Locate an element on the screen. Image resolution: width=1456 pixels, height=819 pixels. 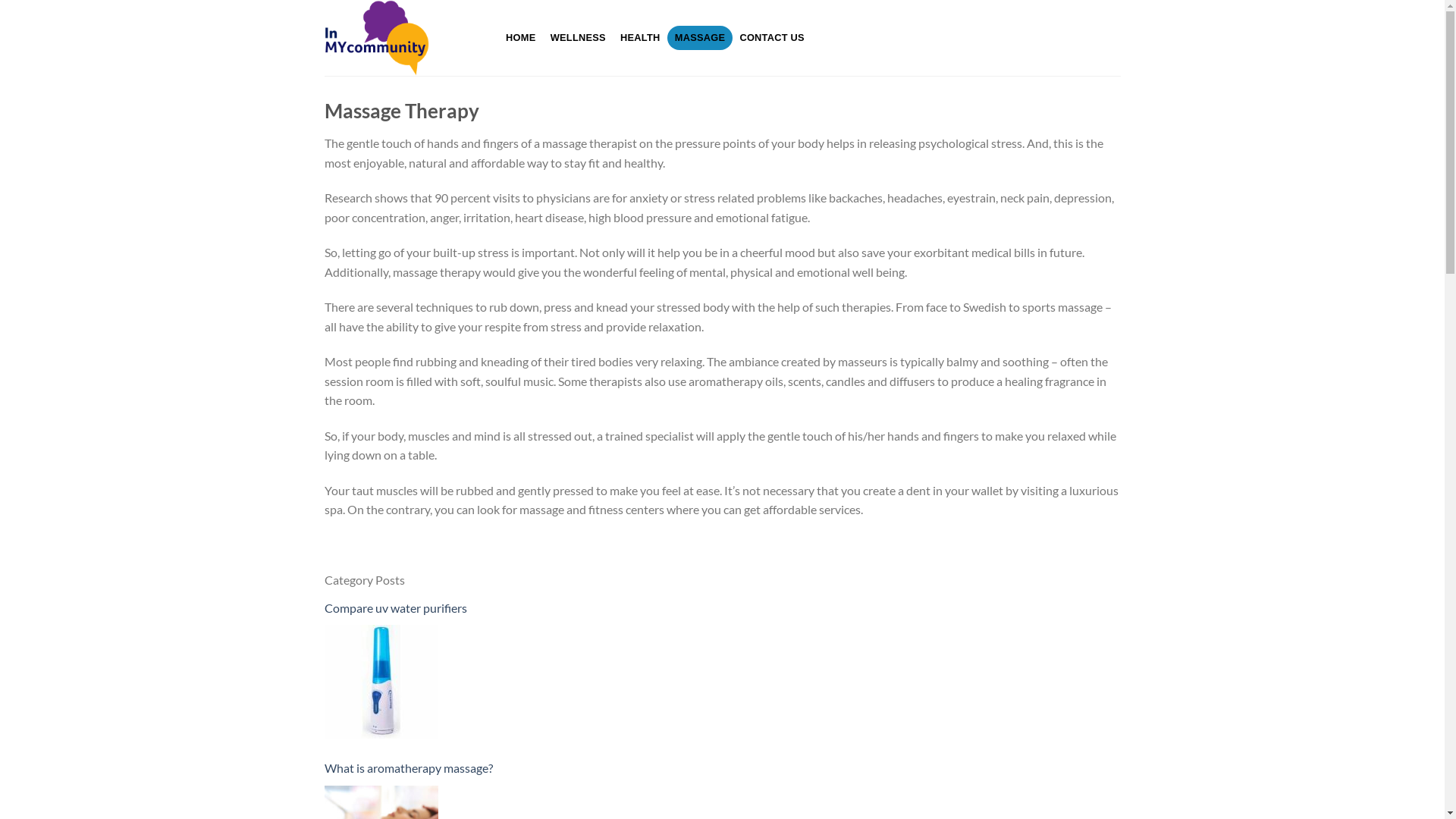
'HOME' is located at coordinates (521, 37).